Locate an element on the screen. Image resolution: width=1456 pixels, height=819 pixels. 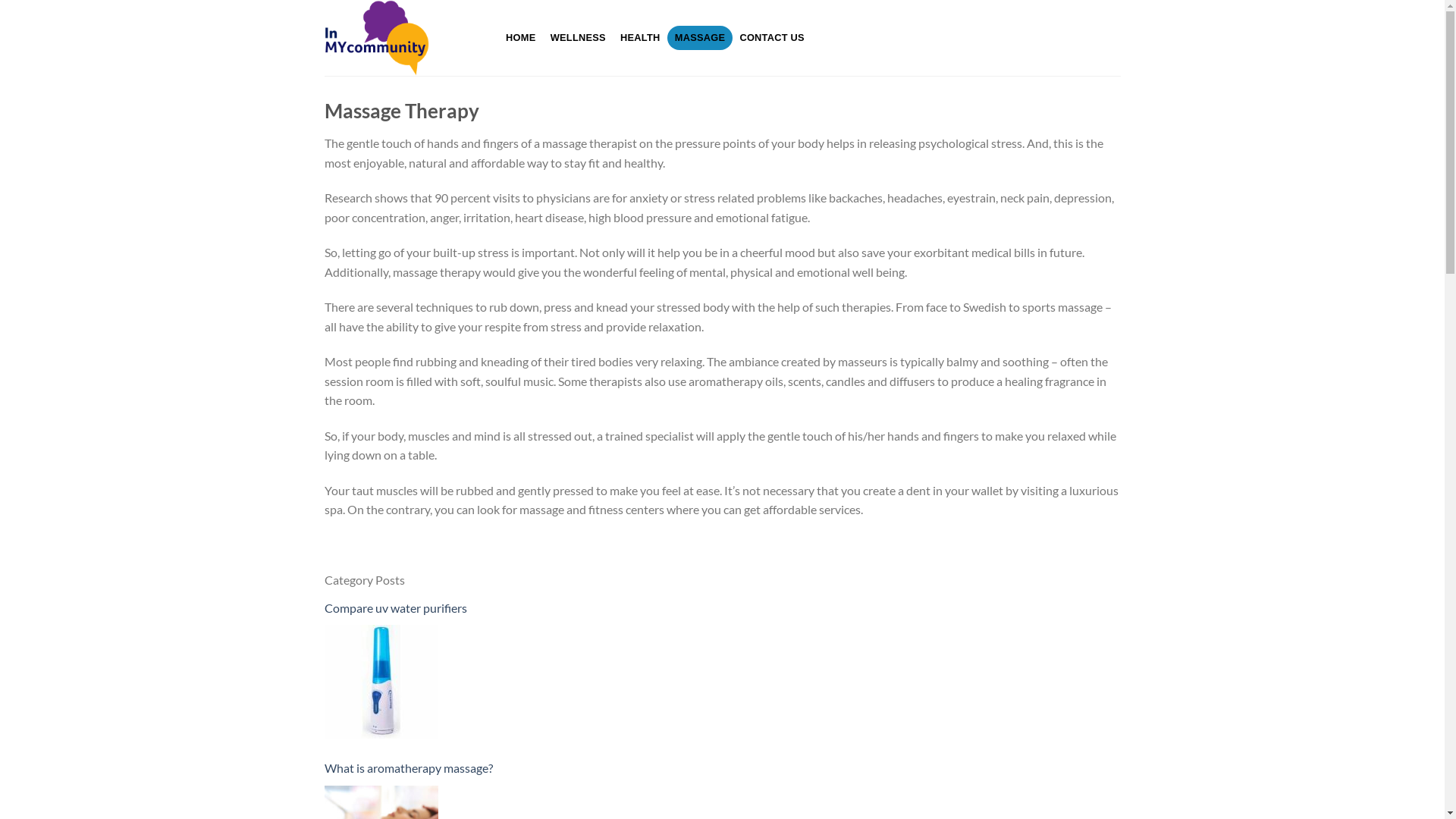
'HOME' is located at coordinates (521, 37).